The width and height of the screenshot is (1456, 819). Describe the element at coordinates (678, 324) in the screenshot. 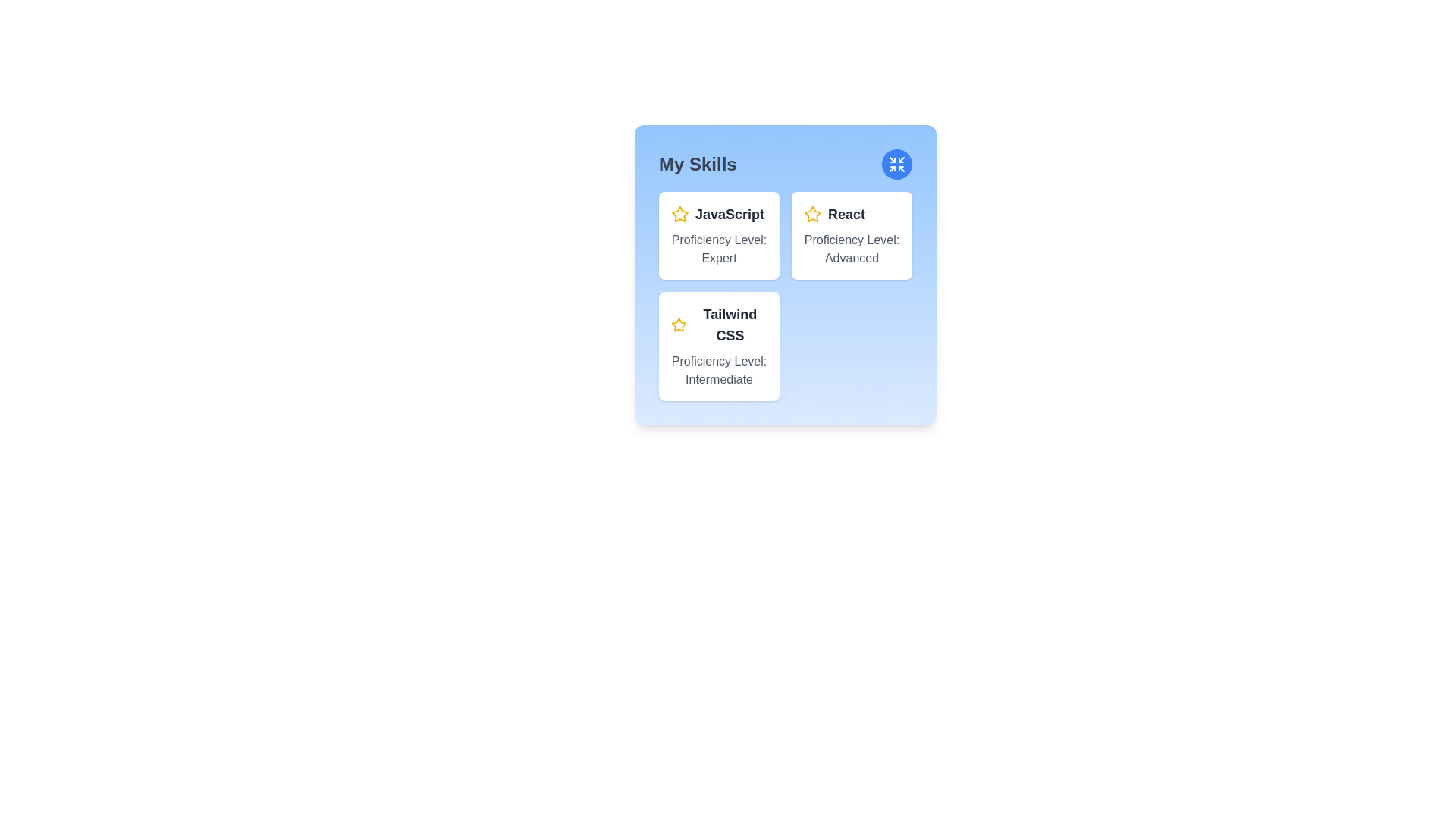

I see `the star icon representing expertise, located to the left of the 'JavaScript' text label in the 'My Skills' section` at that location.